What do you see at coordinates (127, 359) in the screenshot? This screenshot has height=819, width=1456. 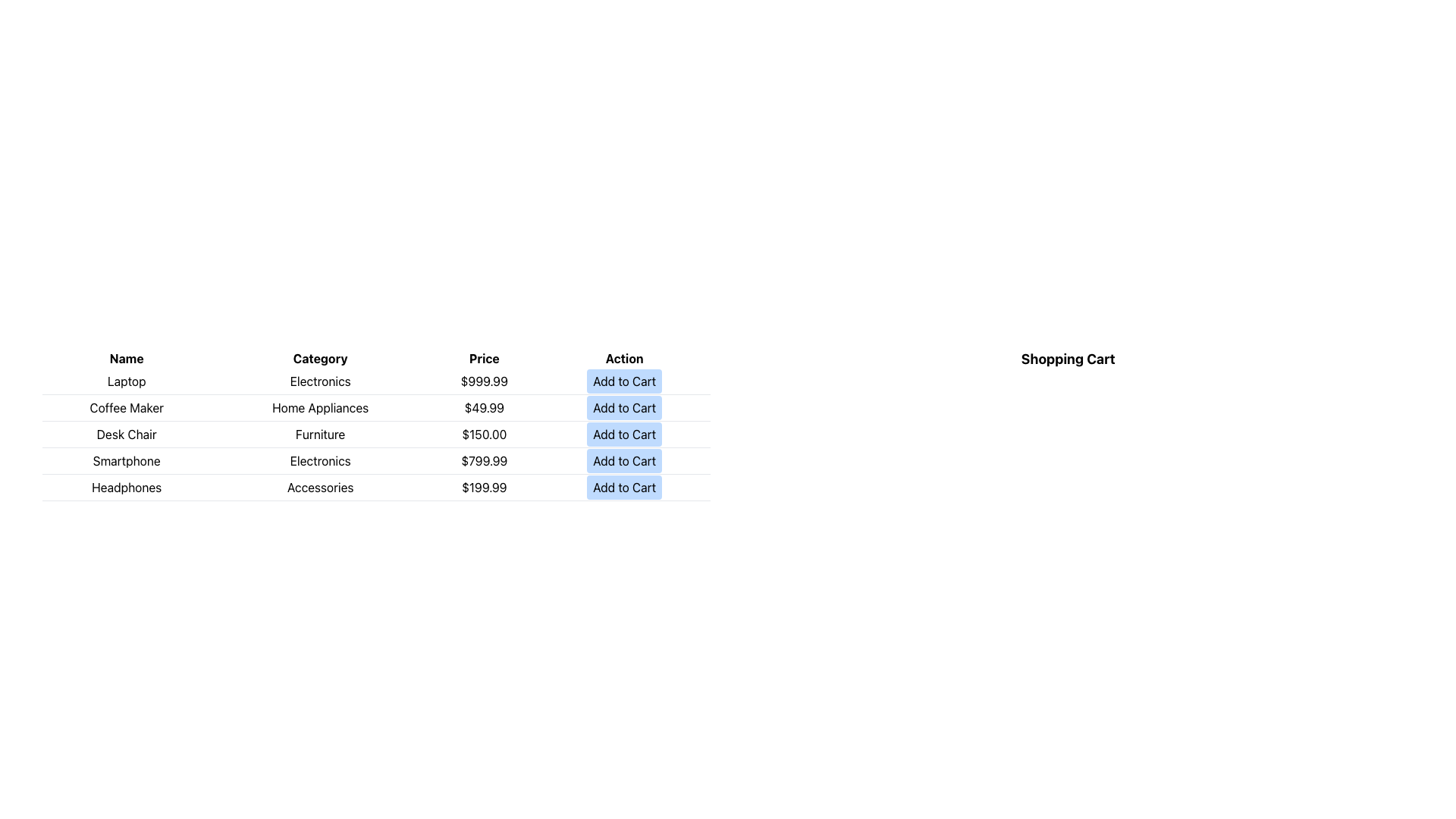 I see `the 'Name' column header text label` at bounding box center [127, 359].